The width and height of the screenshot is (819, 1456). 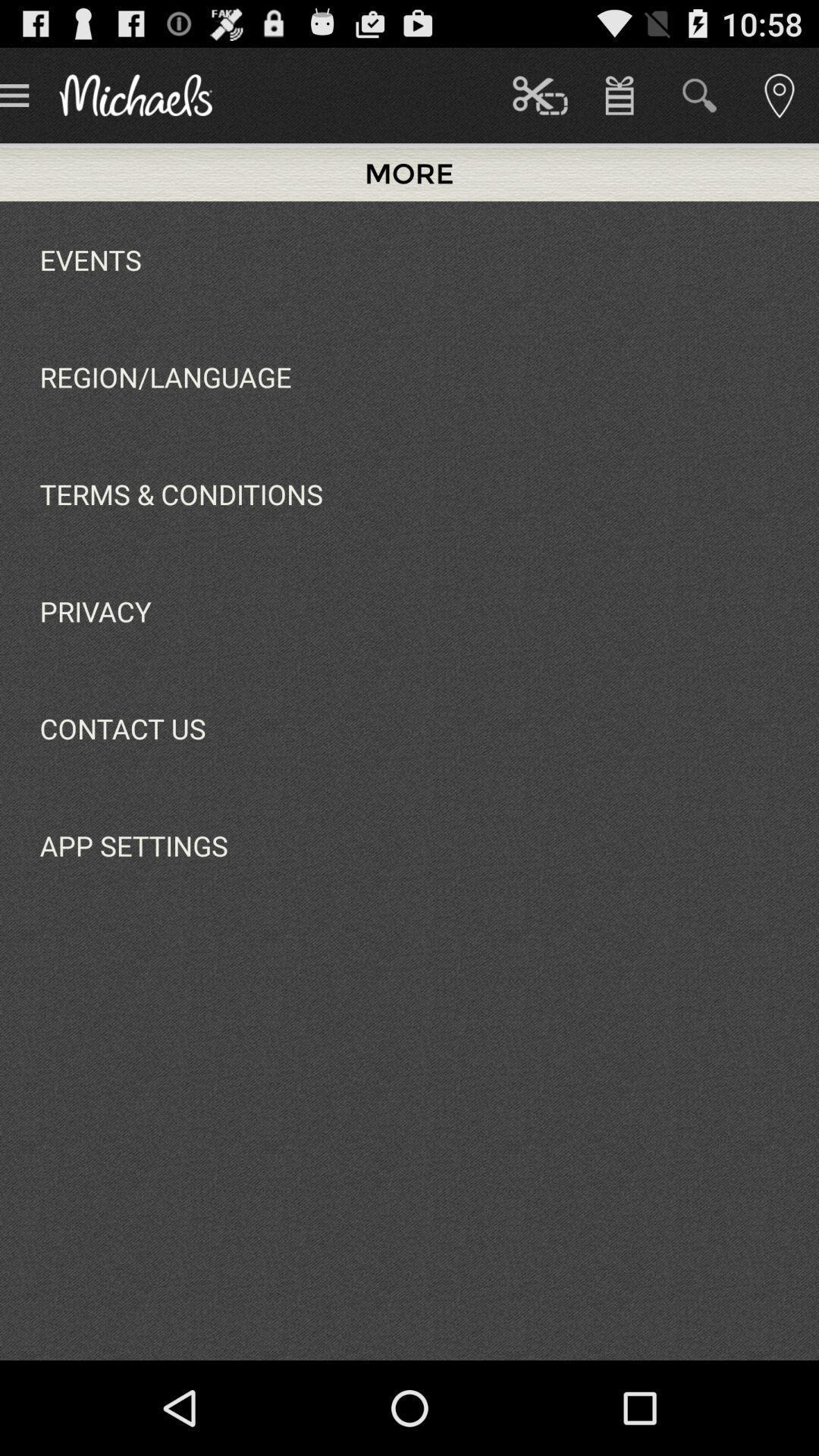 What do you see at coordinates (90, 259) in the screenshot?
I see `the events` at bounding box center [90, 259].